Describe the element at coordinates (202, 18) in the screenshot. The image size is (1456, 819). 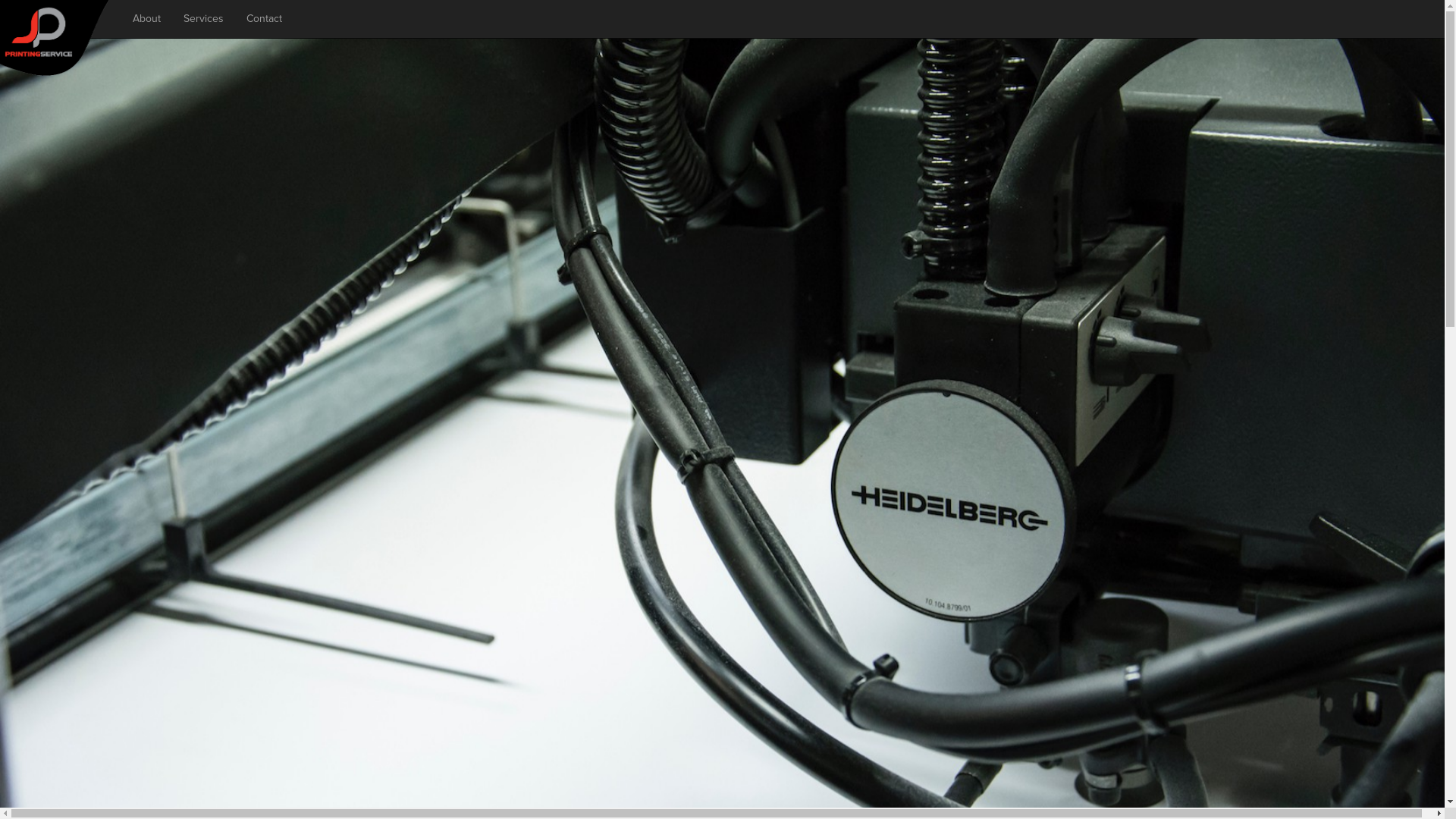
I see `'Services'` at that location.